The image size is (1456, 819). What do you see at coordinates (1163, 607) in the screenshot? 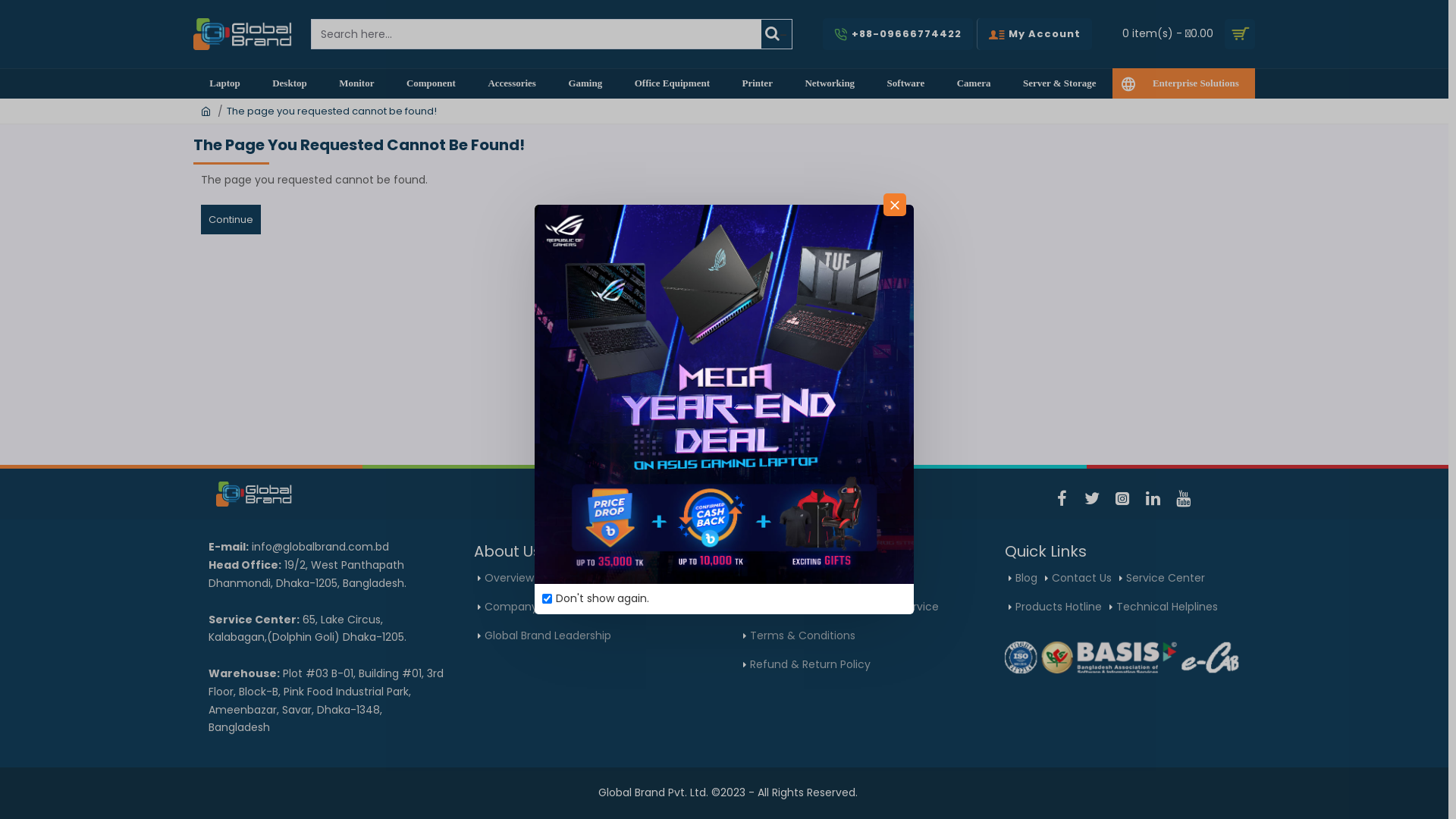
I see `'Technical Helplines'` at bounding box center [1163, 607].